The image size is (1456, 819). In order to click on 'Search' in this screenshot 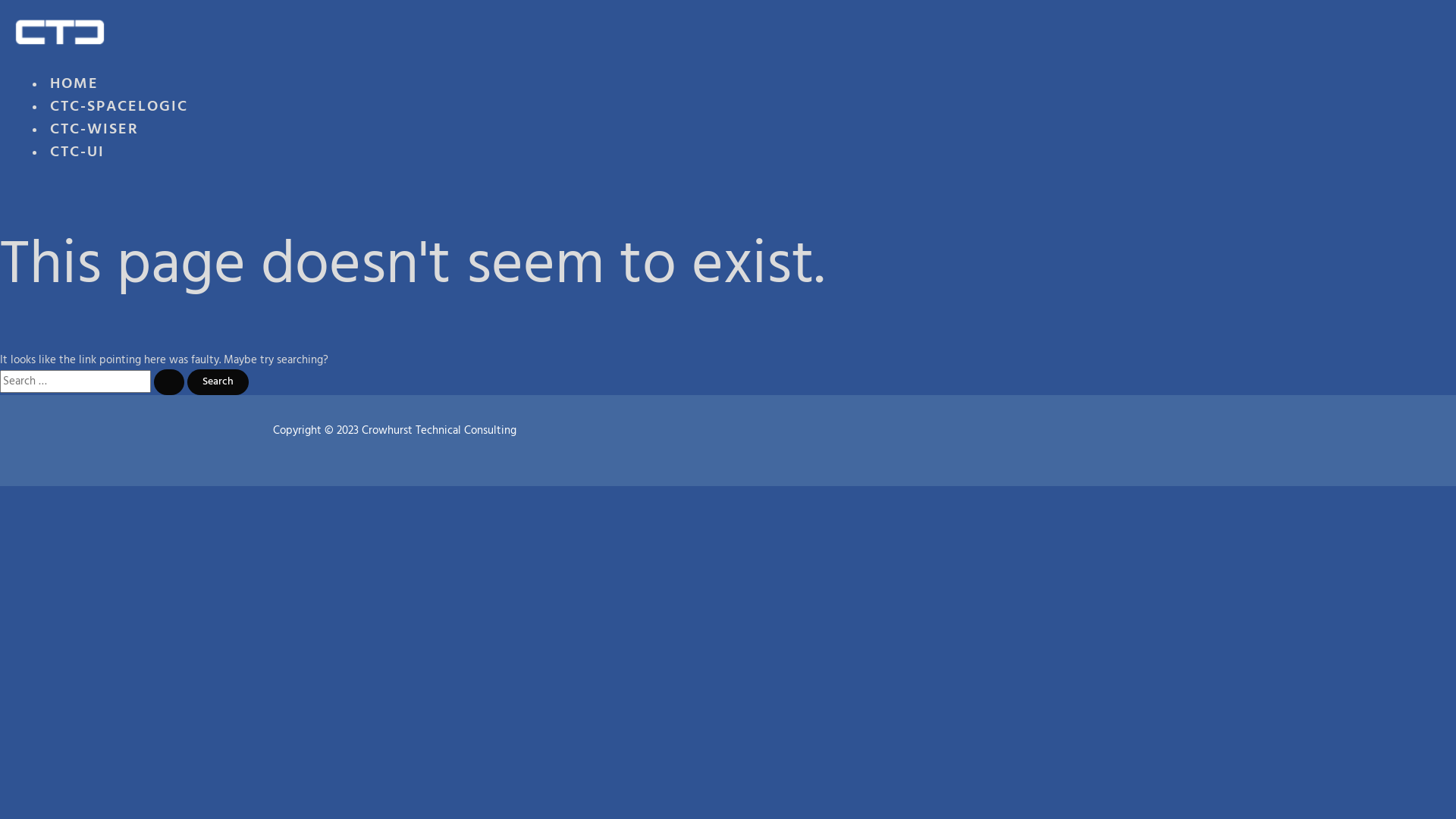, I will do `click(217, 381)`.